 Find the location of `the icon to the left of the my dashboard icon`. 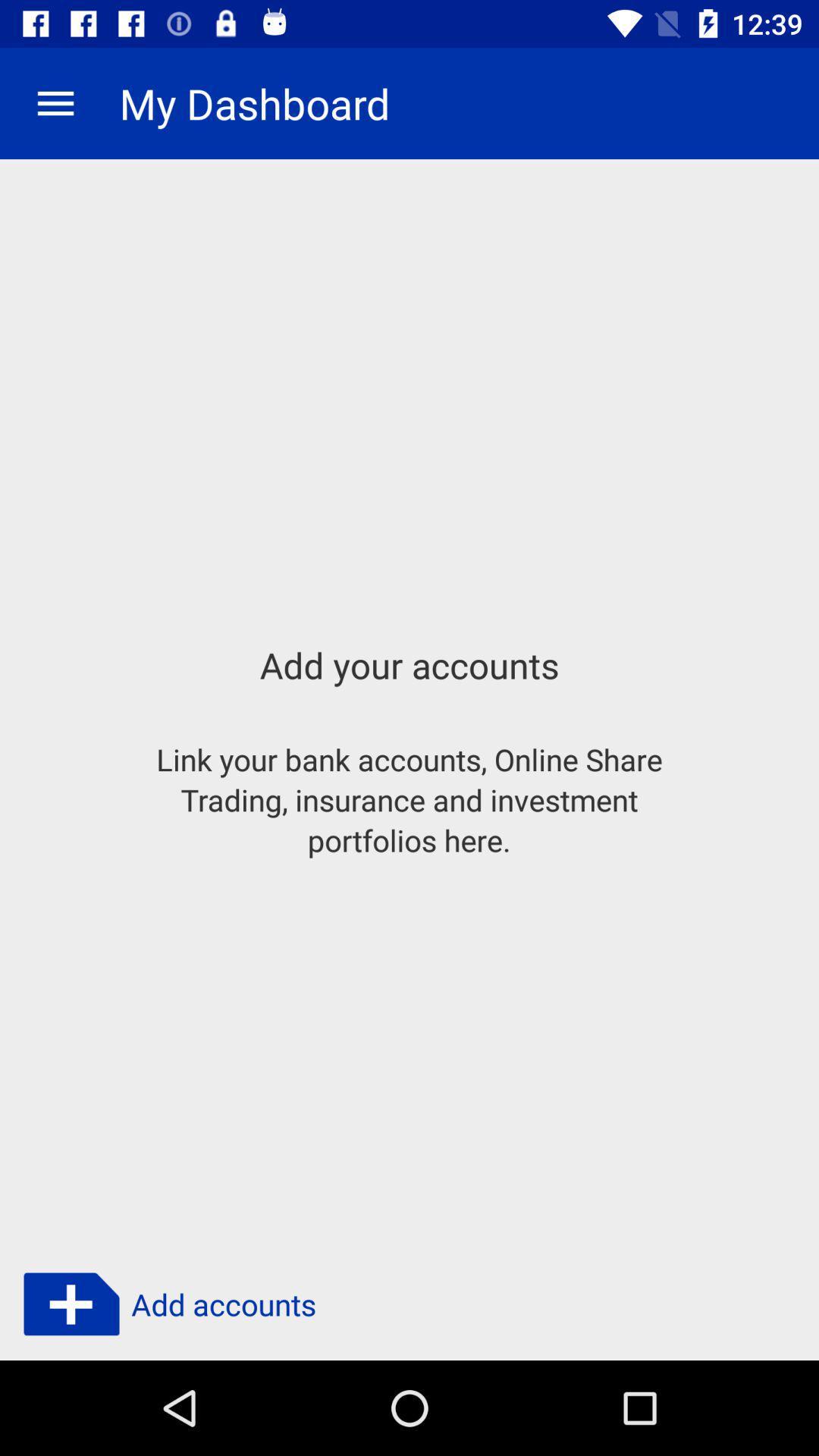

the icon to the left of the my dashboard icon is located at coordinates (55, 102).